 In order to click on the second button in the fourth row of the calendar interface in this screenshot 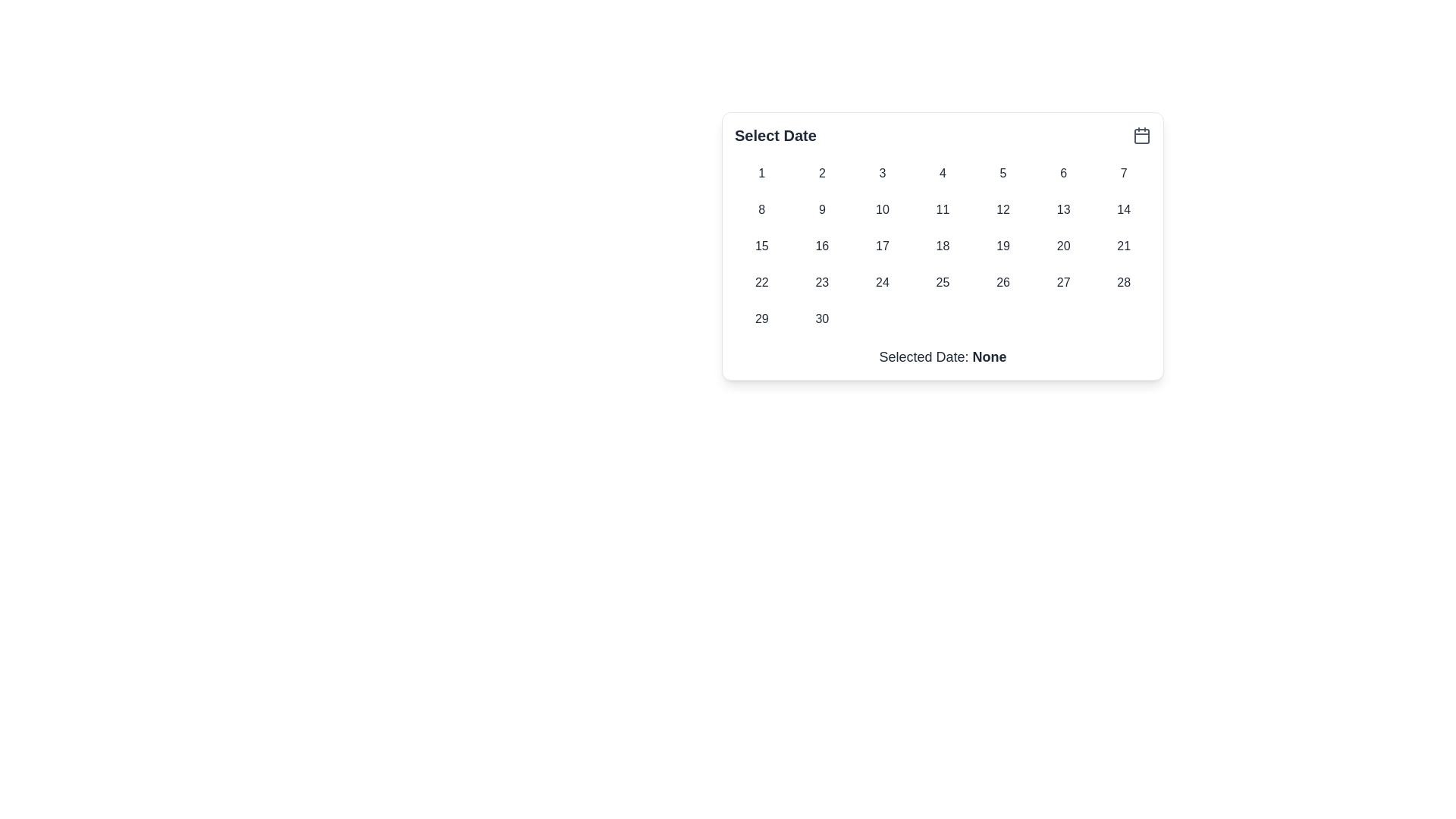, I will do `click(821, 283)`.